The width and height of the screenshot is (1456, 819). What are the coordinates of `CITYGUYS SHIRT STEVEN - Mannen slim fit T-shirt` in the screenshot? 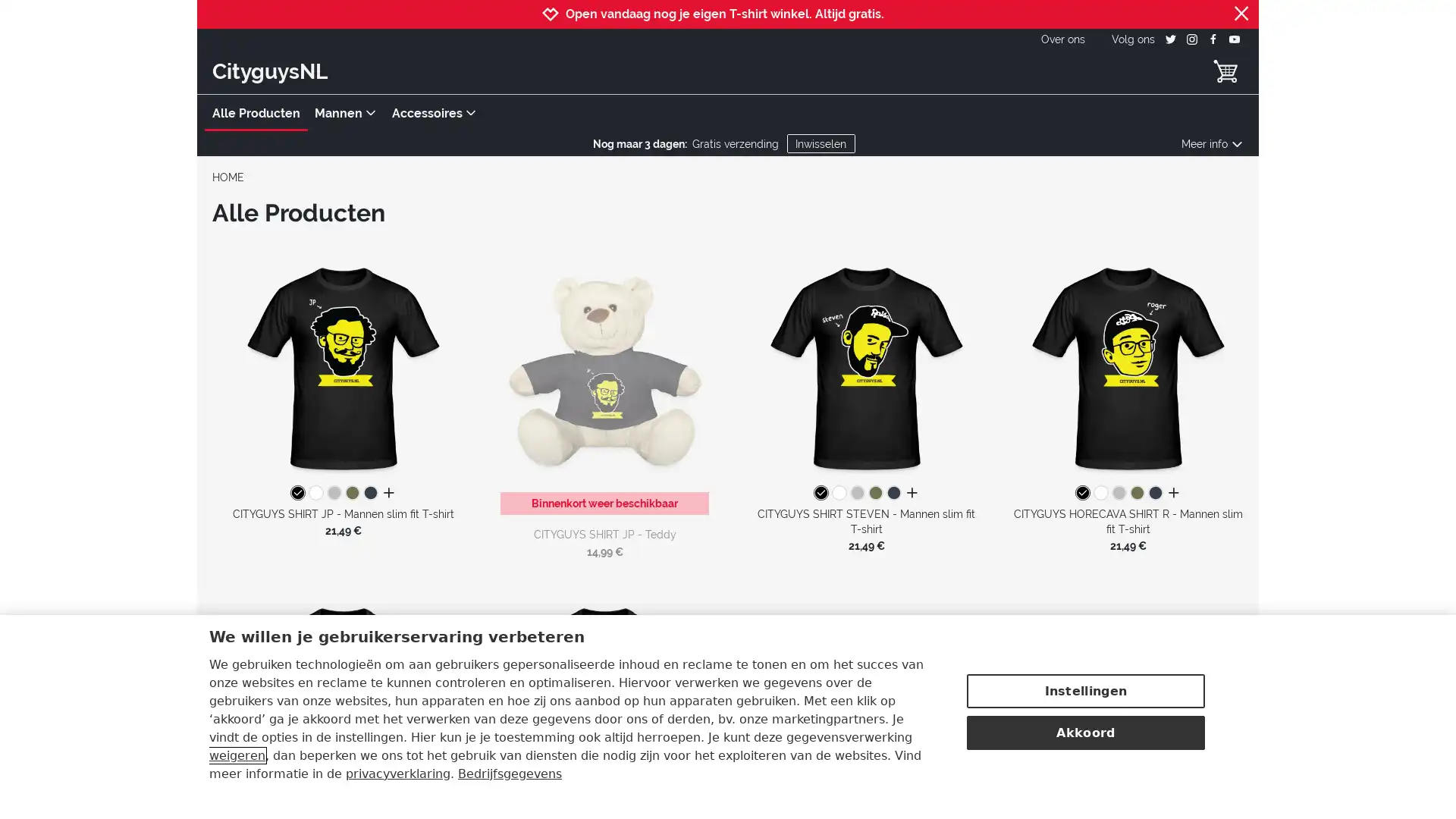 It's located at (866, 366).